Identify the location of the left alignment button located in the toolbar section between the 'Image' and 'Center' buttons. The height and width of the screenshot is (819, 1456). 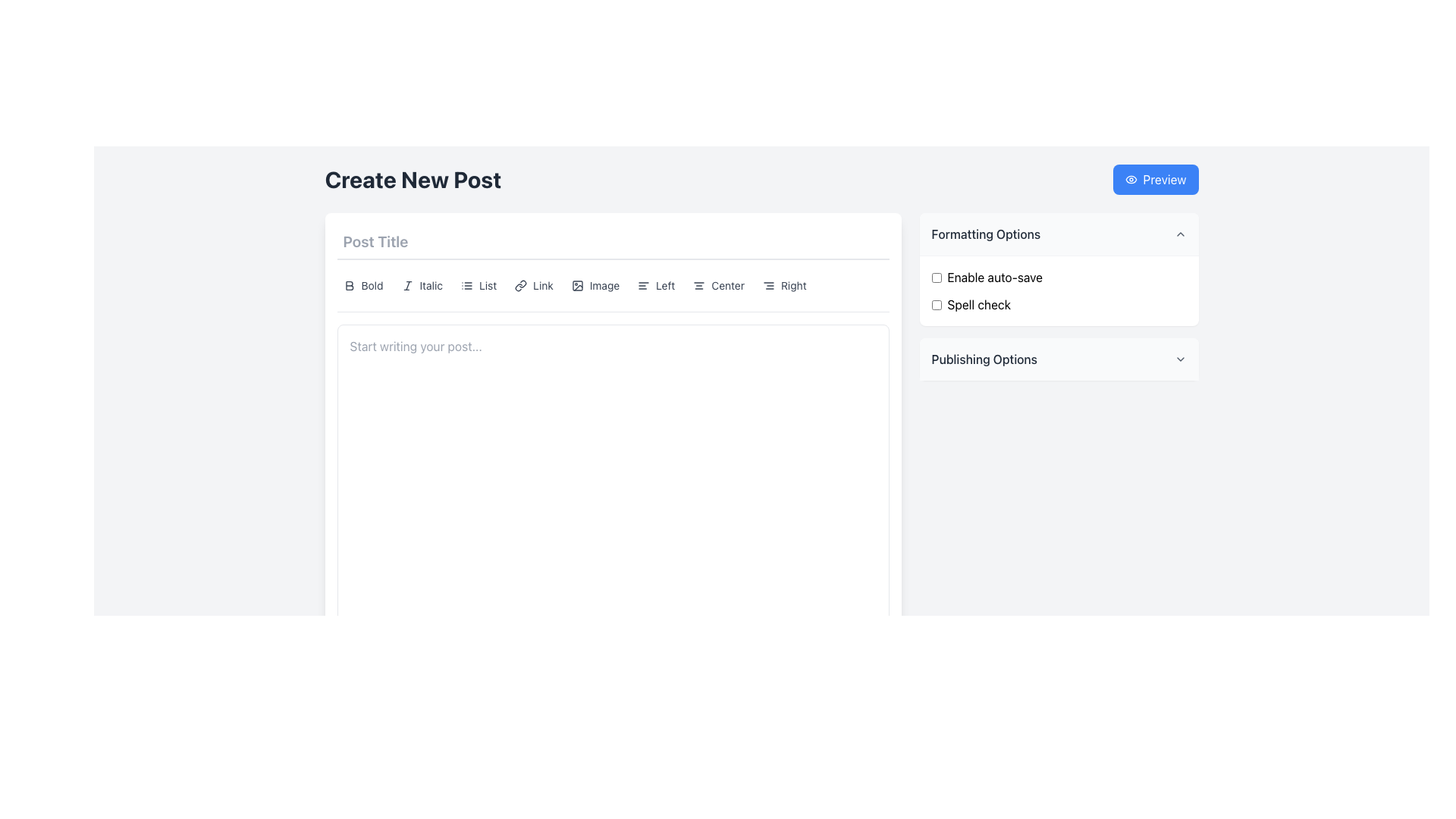
(656, 286).